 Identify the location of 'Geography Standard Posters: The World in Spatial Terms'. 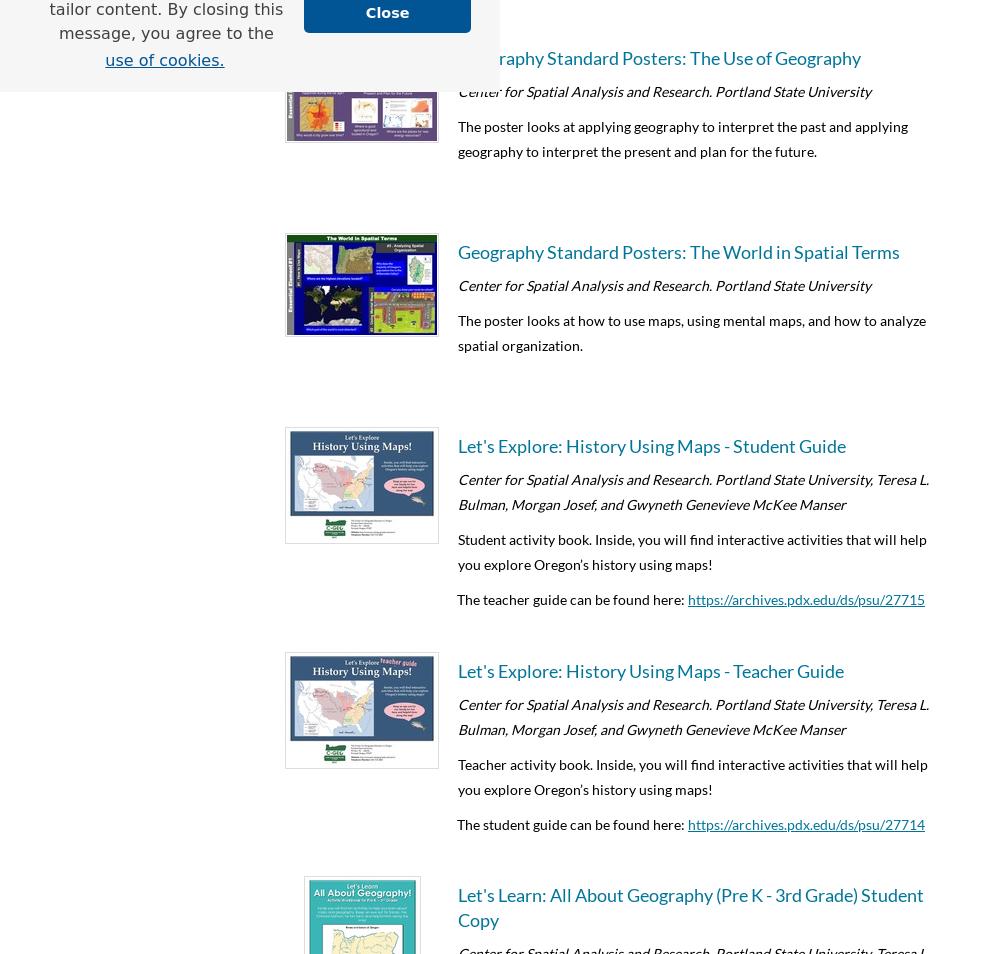
(678, 250).